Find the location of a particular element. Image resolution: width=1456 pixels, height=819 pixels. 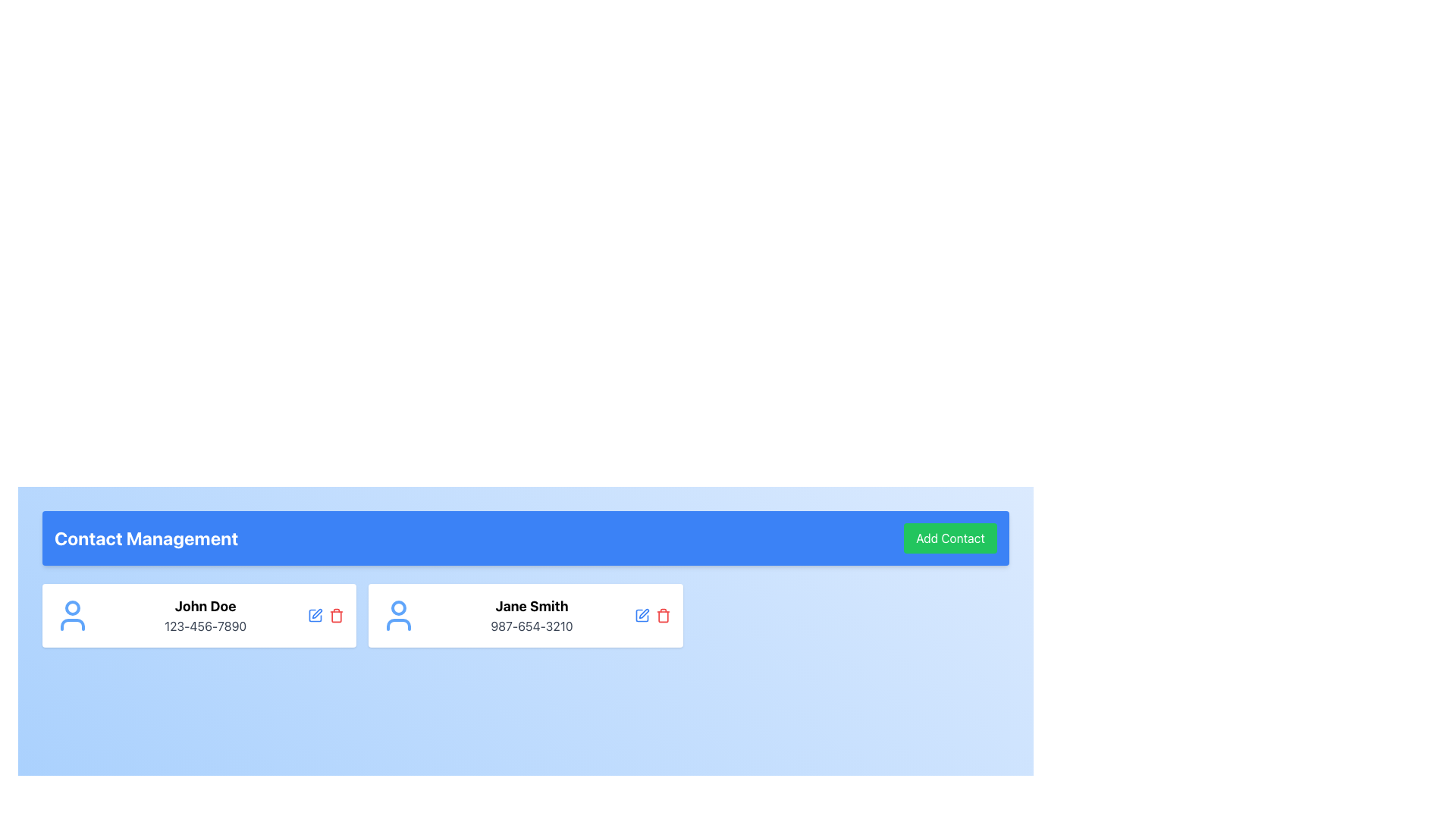

the 'Contact Management' text label located on the left side of the blue header bar at the top of the interface is located at coordinates (146, 537).